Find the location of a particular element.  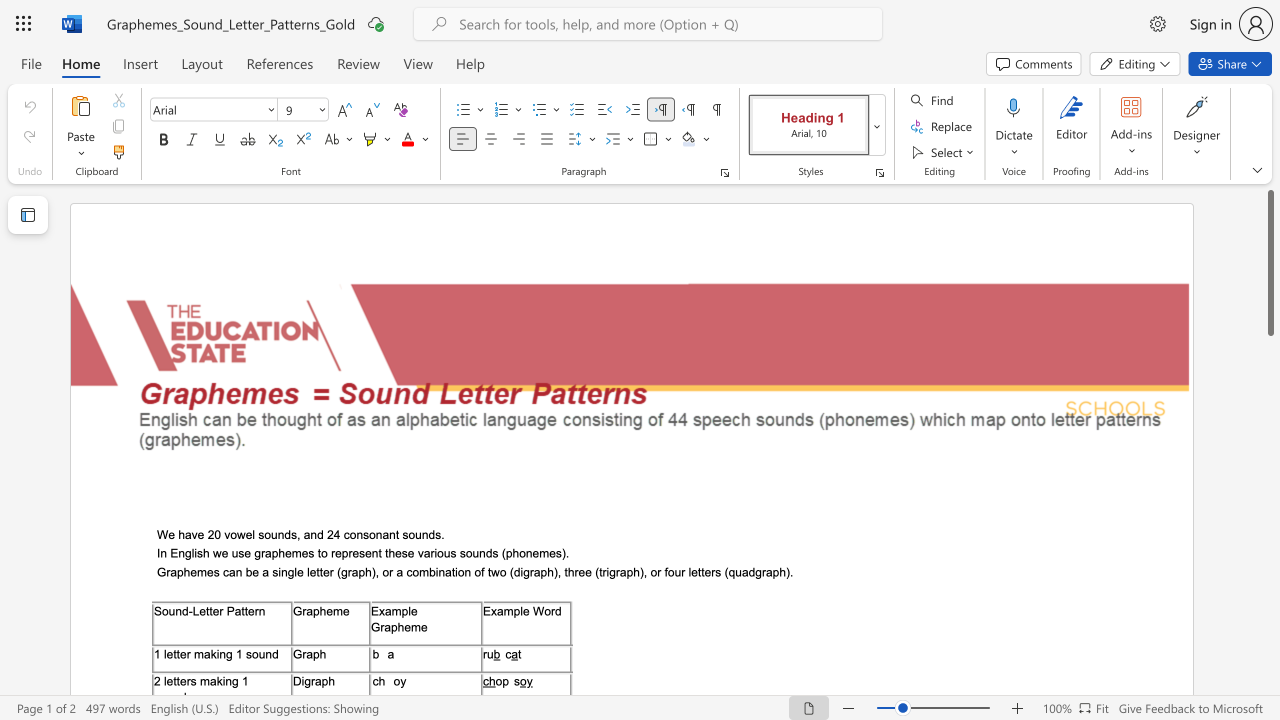

the scrollbar to move the content lower is located at coordinates (1269, 670).